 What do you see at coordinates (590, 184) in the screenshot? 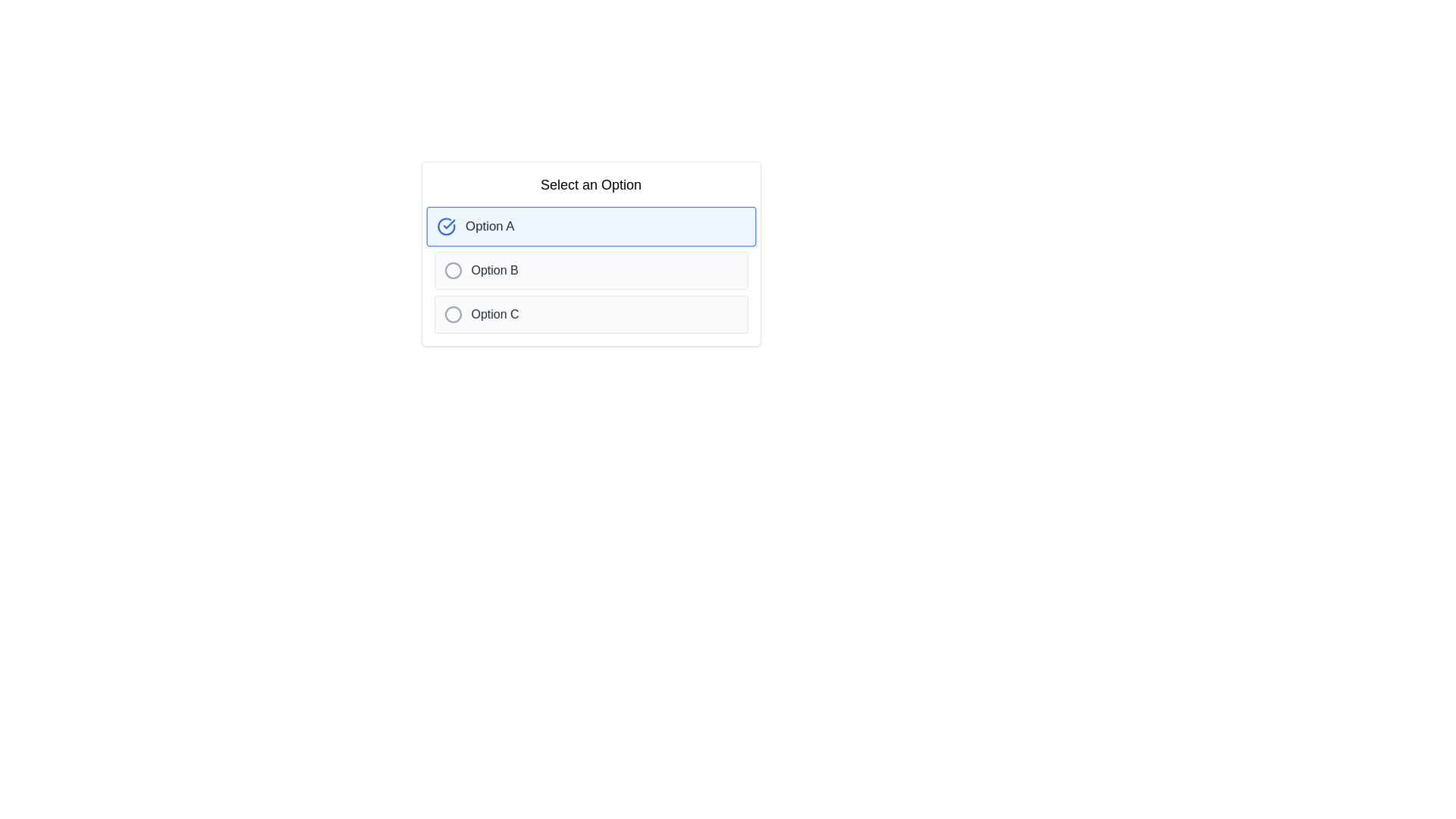
I see `the static text heading that informs the user about the purpose of the following options, located at the top of the options list` at bounding box center [590, 184].